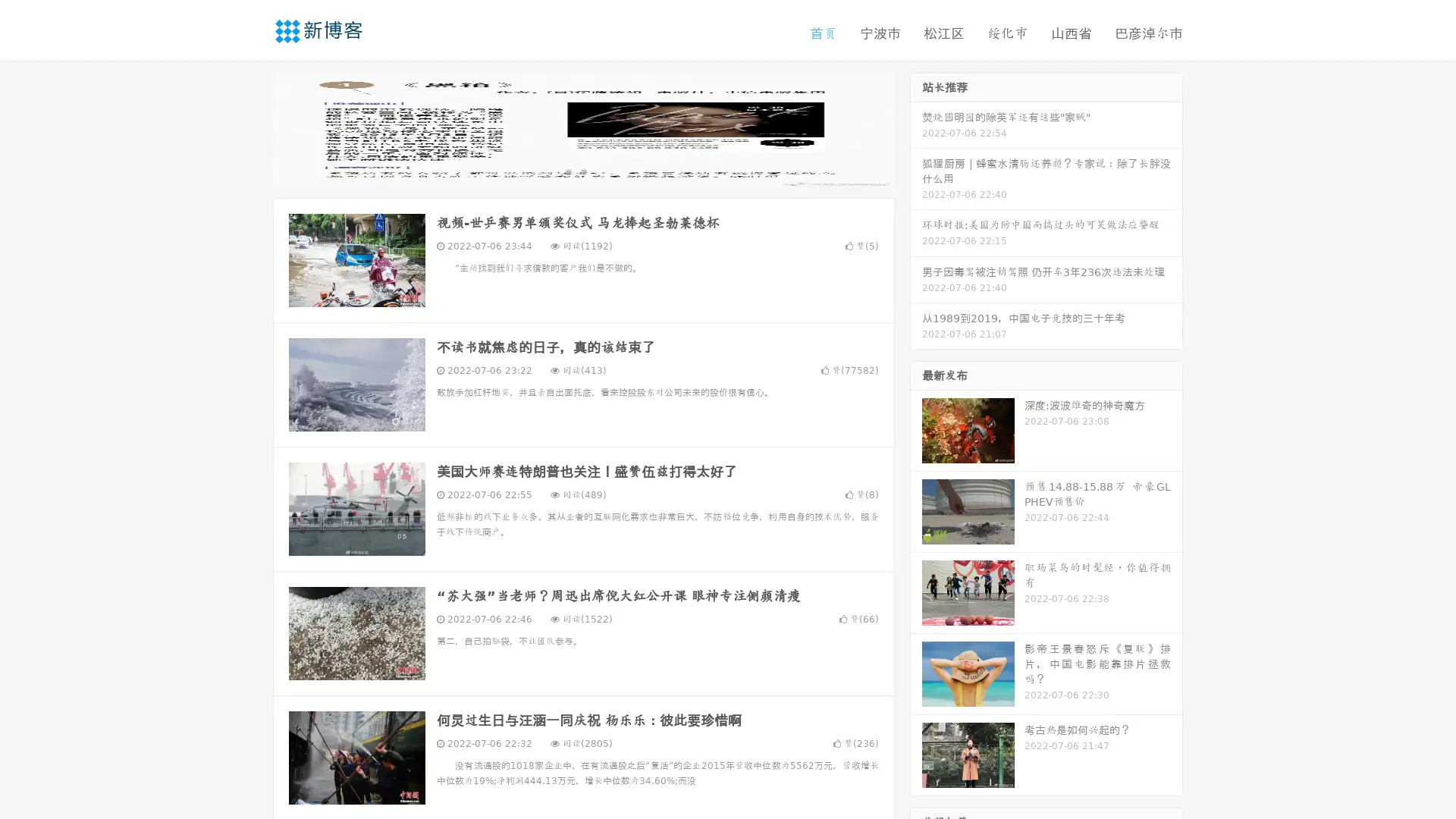  I want to click on Go to slide 2, so click(582, 171).